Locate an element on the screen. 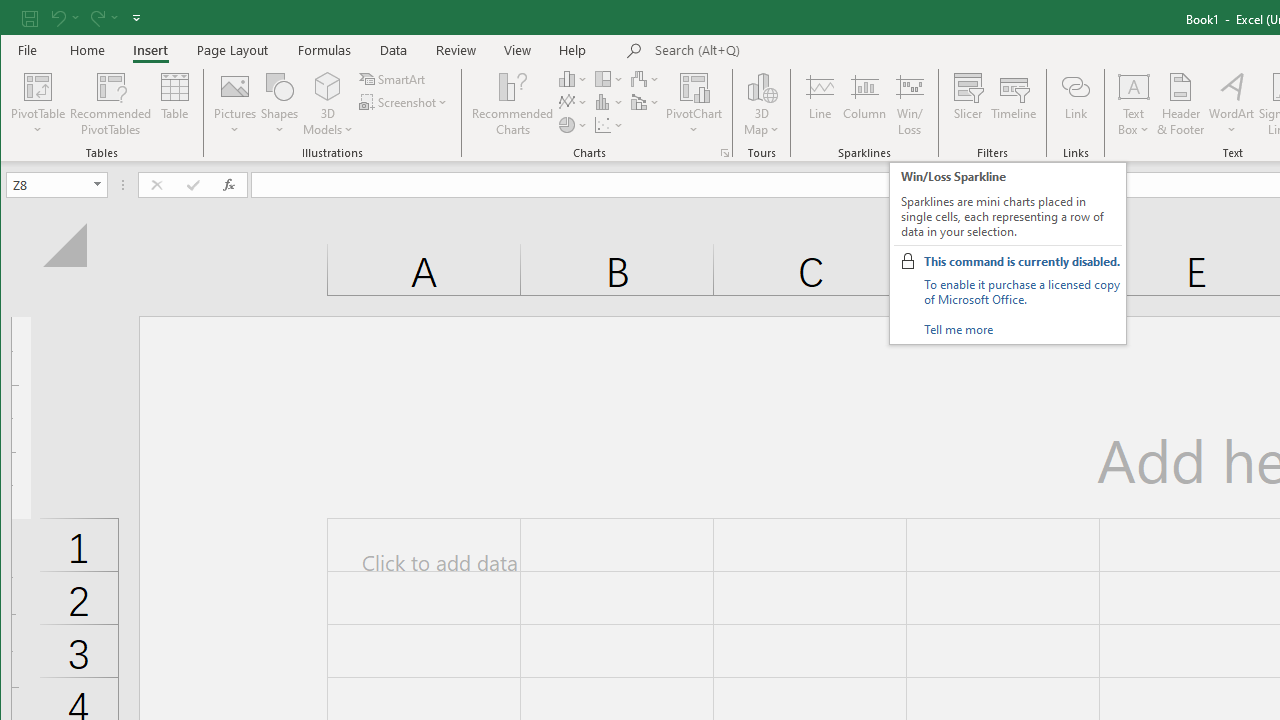  'Insert Waterfall, Funnel, Stock, Surface, or Radar Chart' is located at coordinates (646, 78).